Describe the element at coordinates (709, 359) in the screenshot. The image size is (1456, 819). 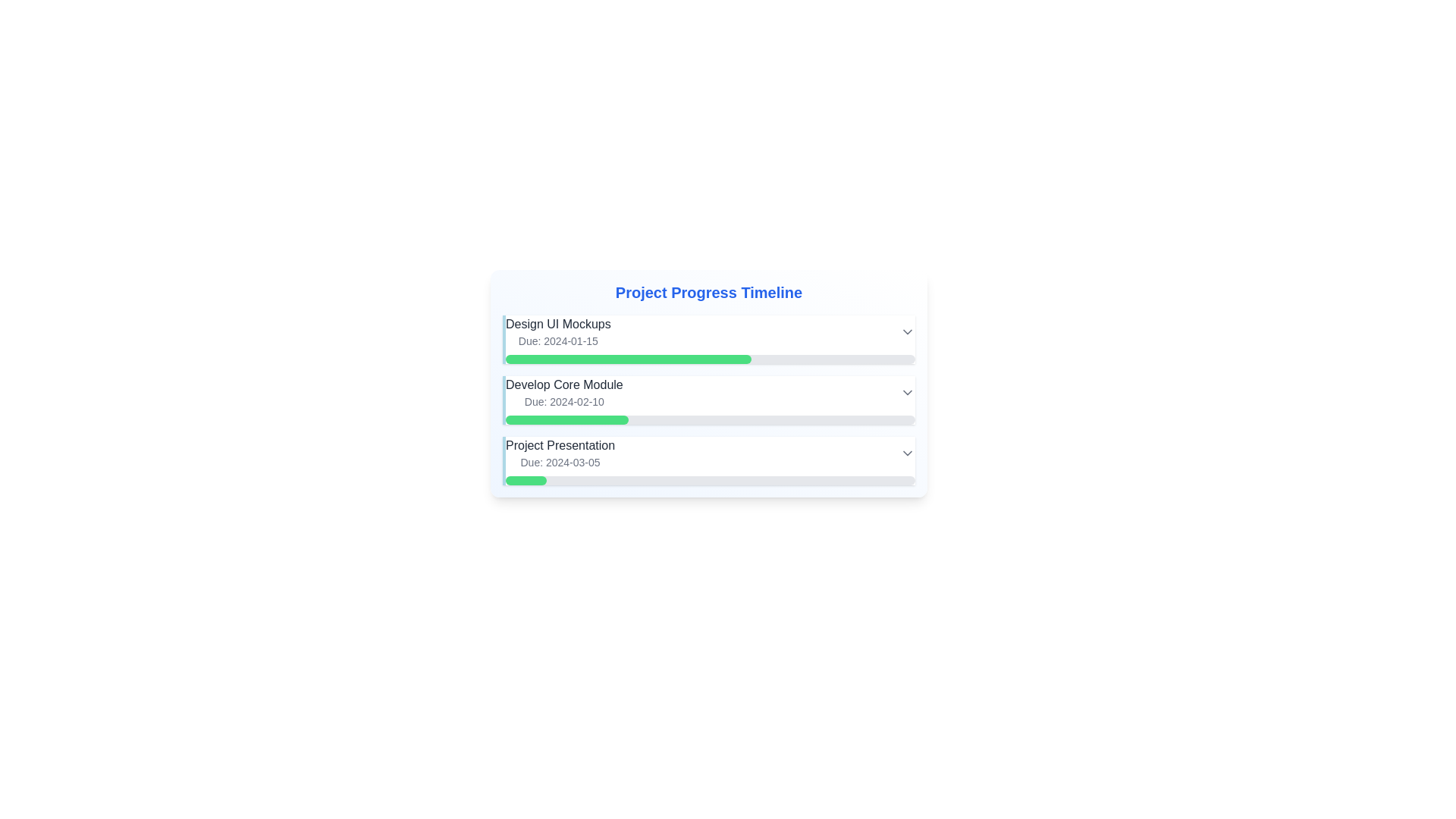
I see `the horizontal progress bar showing a green filled portion, which is located below the text 'Design UI Mockups Due: 2024-01-15' in the Project Progress Timeline section` at that location.